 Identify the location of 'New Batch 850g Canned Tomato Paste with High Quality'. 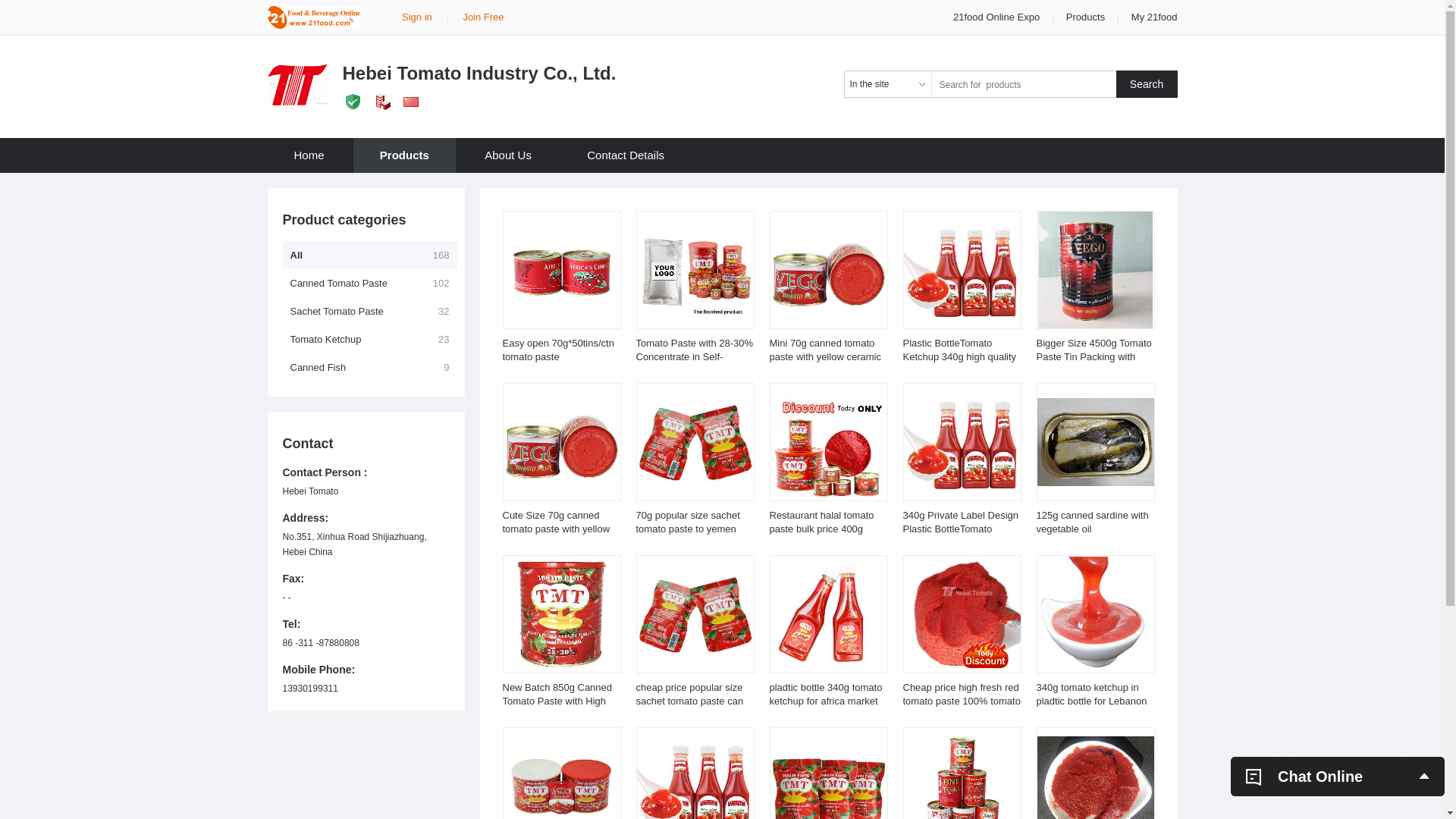
(556, 701).